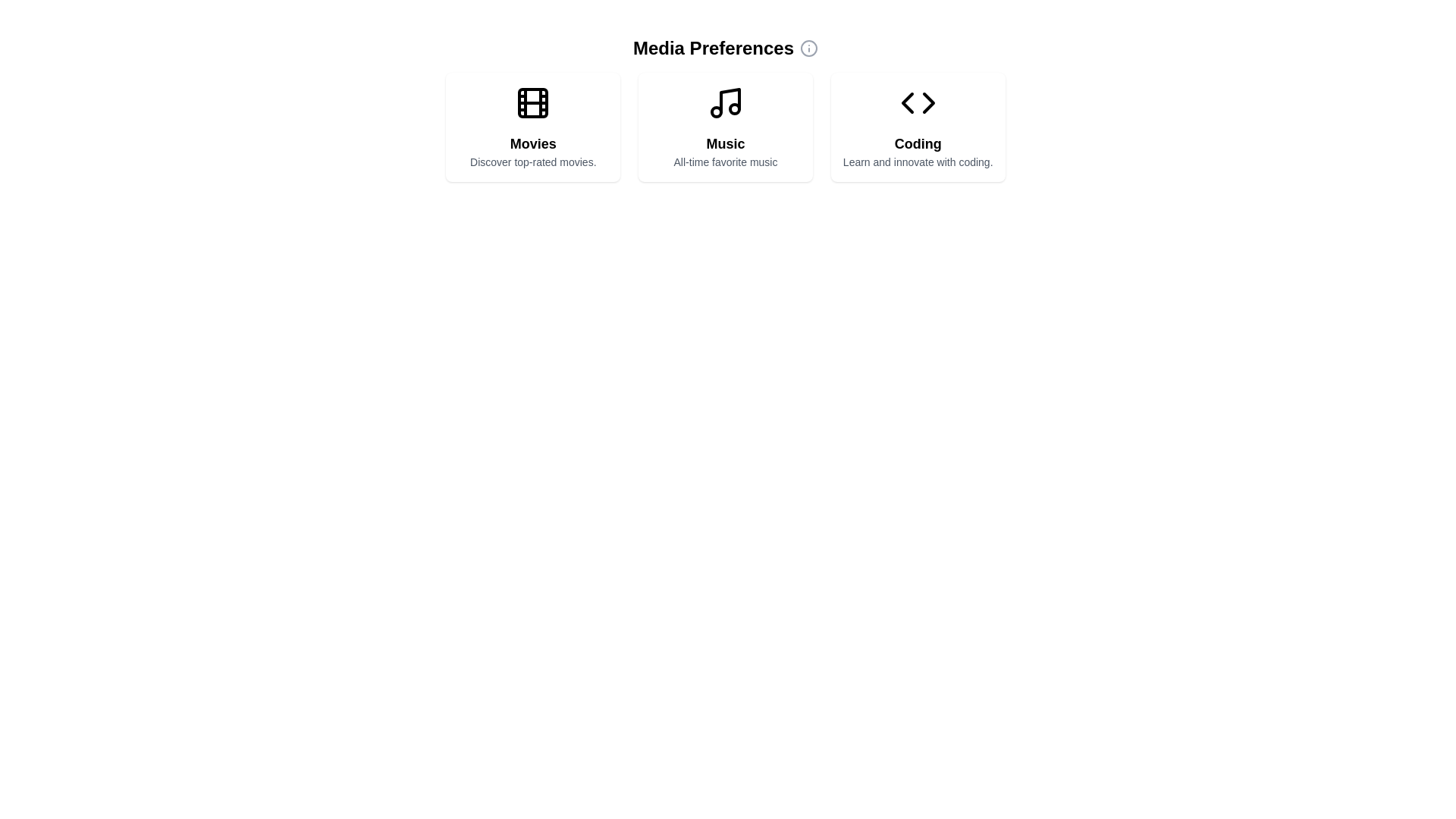  I want to click on the small circular SVG element located near the bottom-left of the musical note icon, so click(716, 111).